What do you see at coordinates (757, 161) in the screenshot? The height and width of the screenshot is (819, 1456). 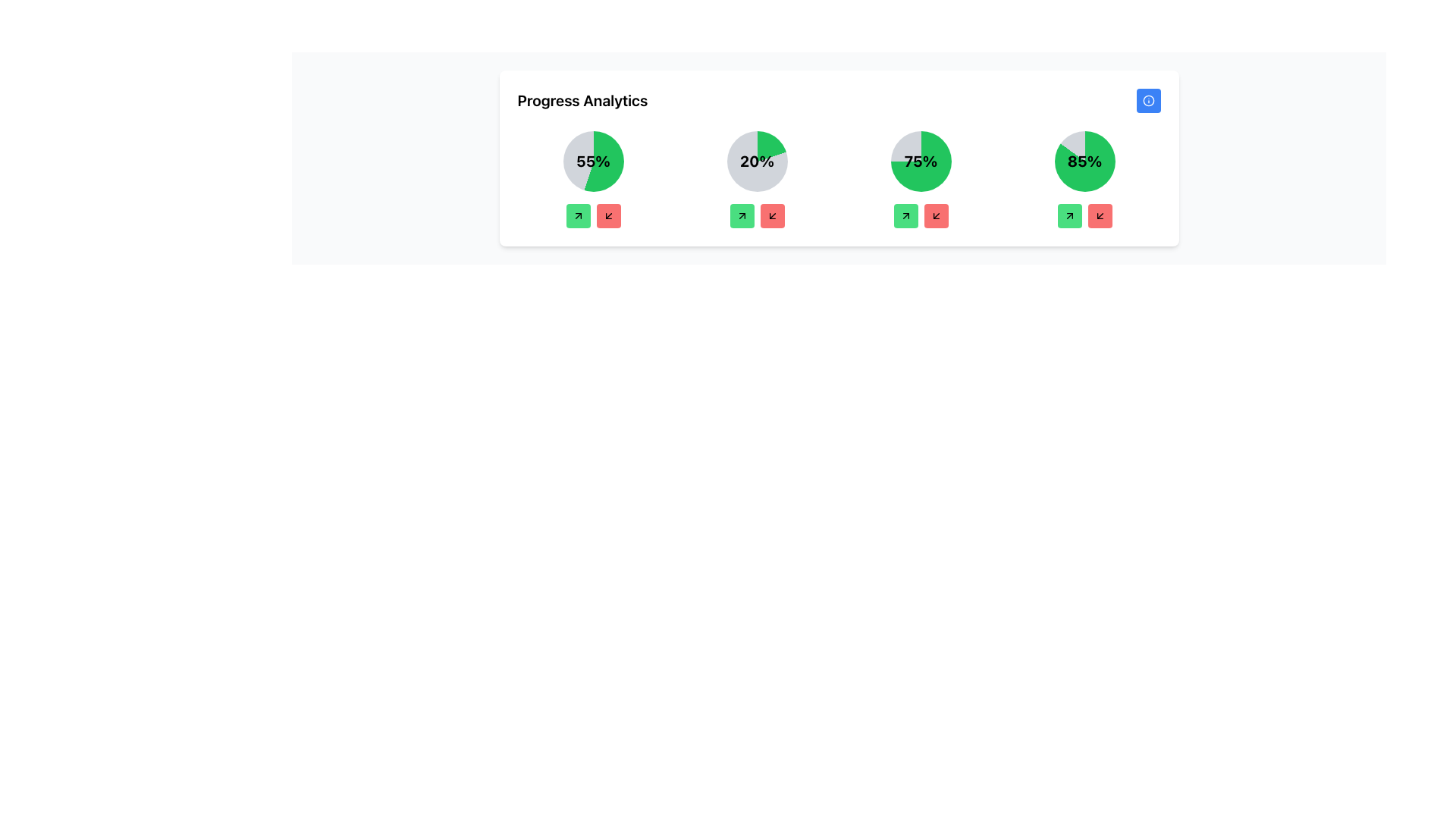 I see `the progress represented by the second progress circle in the progress analytics section, which shows 20% completion` at bounding box center [757, 161].